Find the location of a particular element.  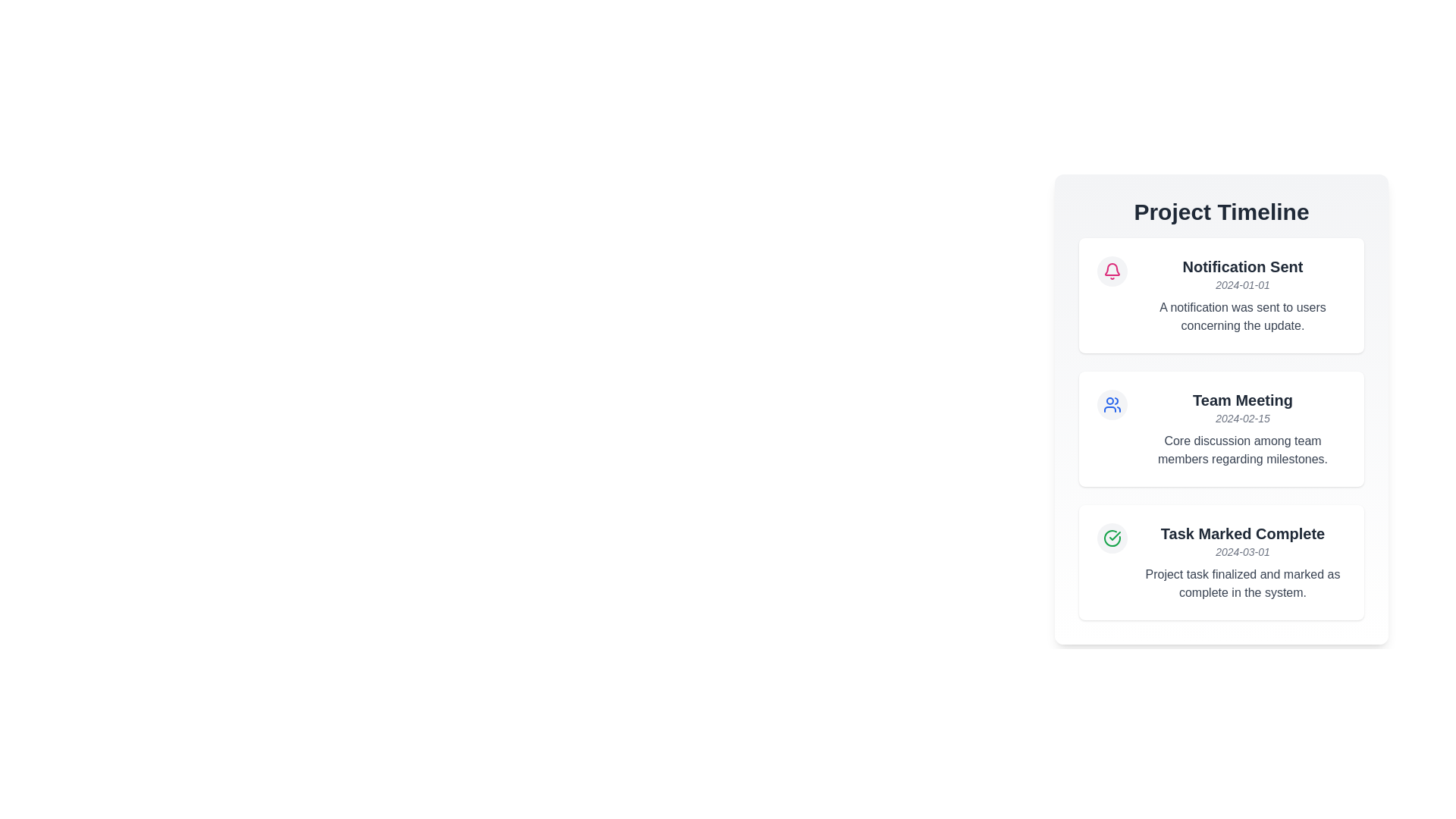

the 'Project Timeline' text label is located at coordinates (1222, 212).